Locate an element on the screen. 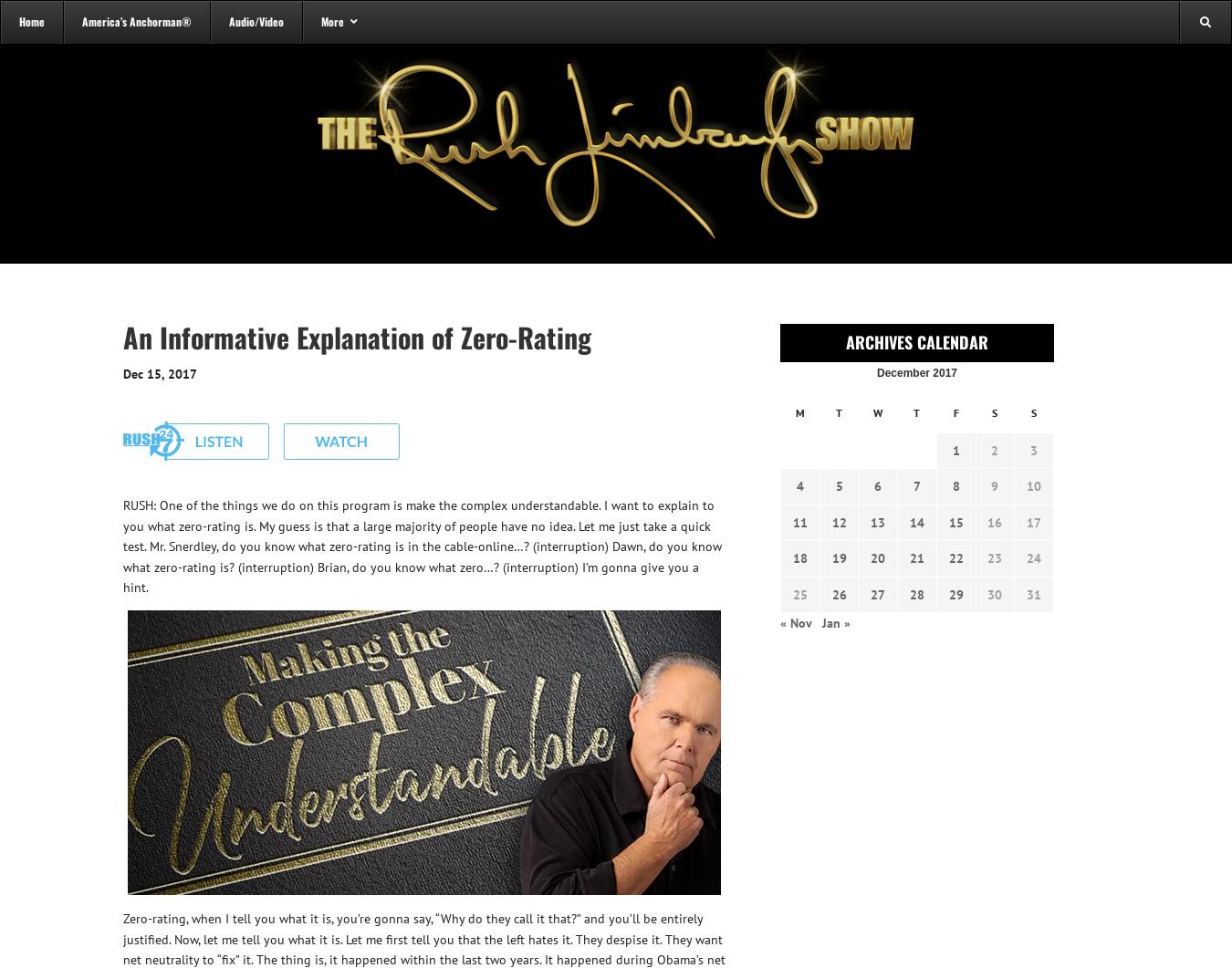  '15' is located at coordinates (955, 520).